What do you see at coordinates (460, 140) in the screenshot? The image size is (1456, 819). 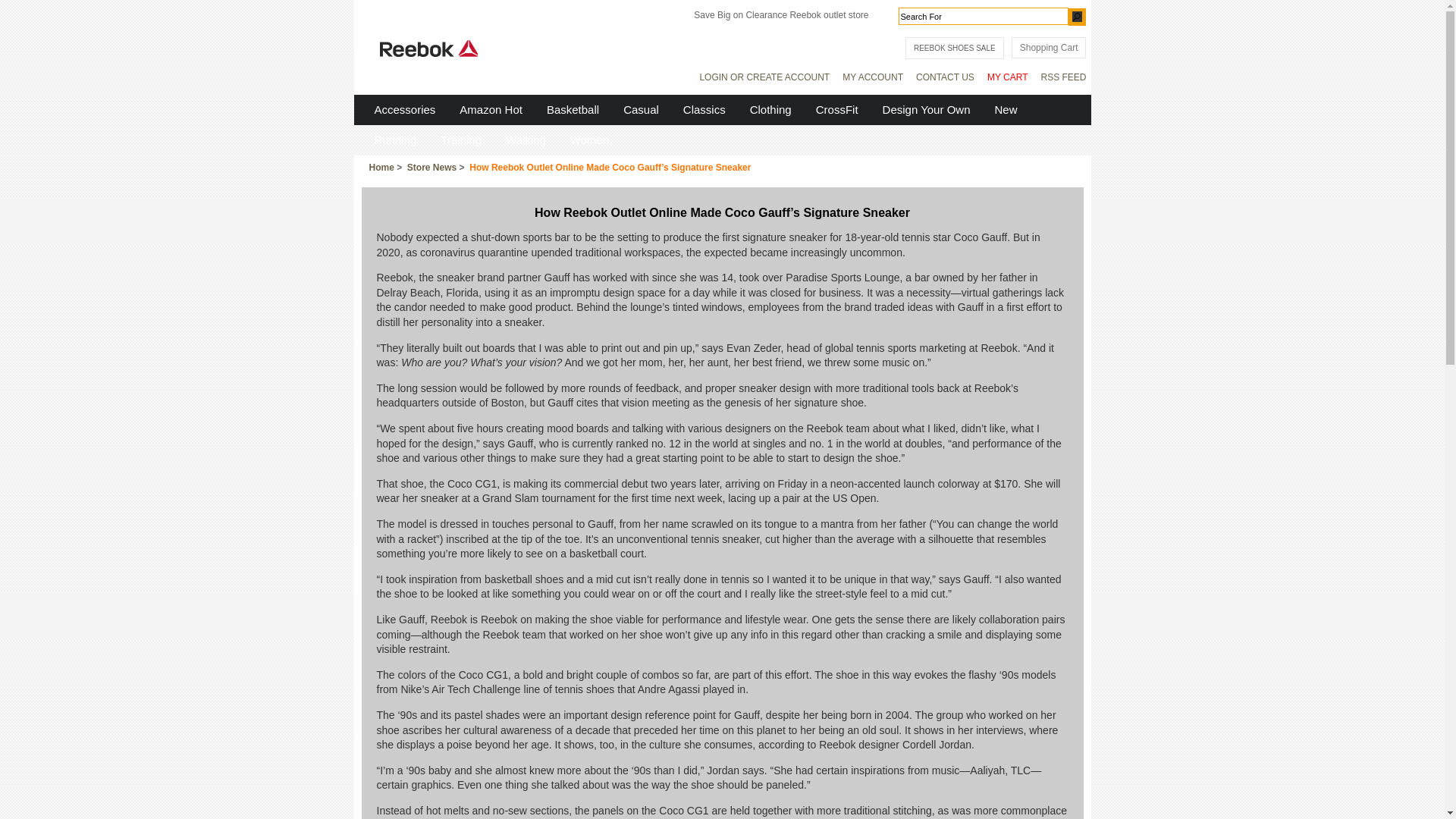 I see `'Training'` at bounding box center [460, 140].